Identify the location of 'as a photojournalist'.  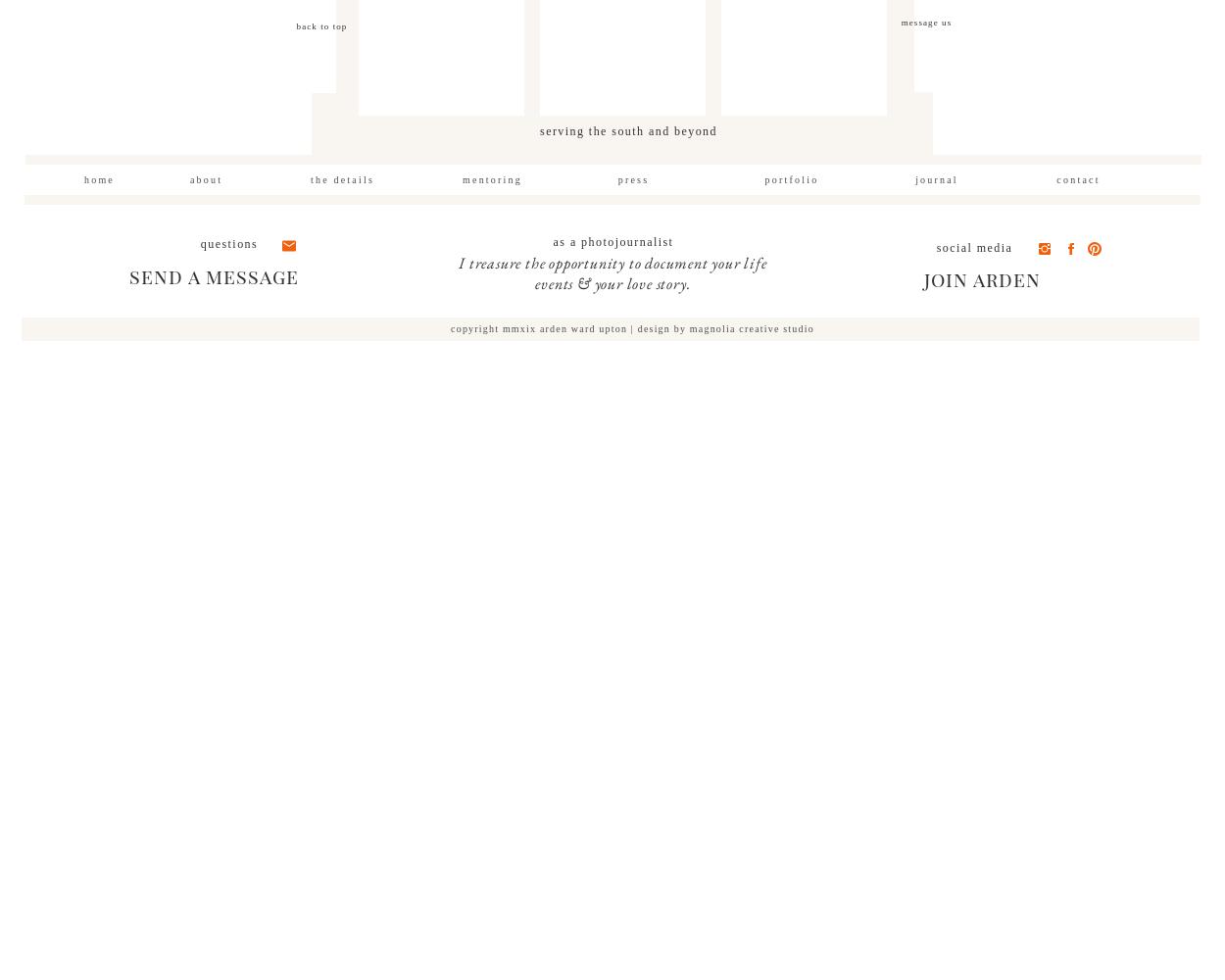
(552, 241).